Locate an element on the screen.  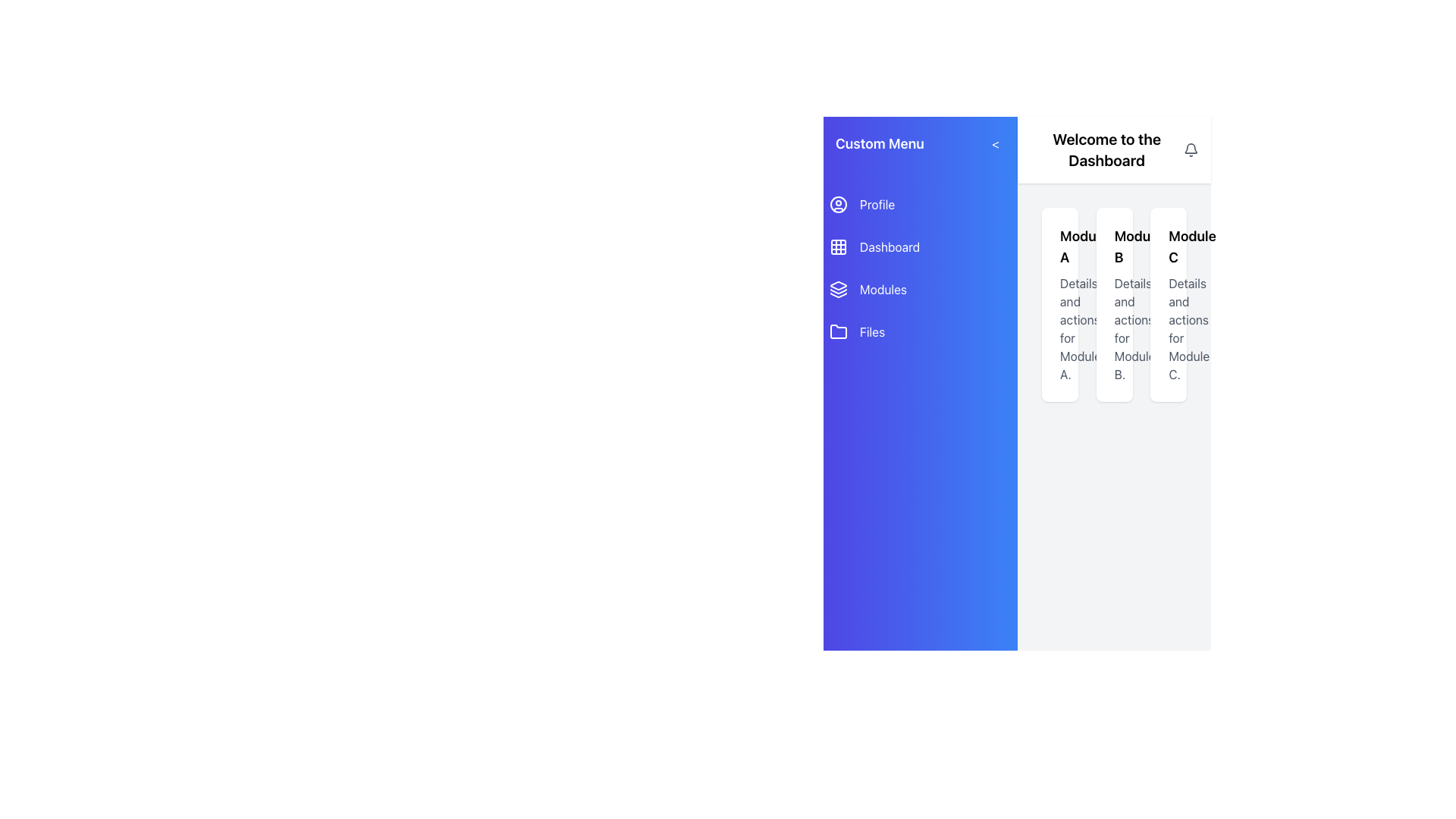
the first item in the vertical menu list on the left side of the interface is located at coordinates (920, 205).